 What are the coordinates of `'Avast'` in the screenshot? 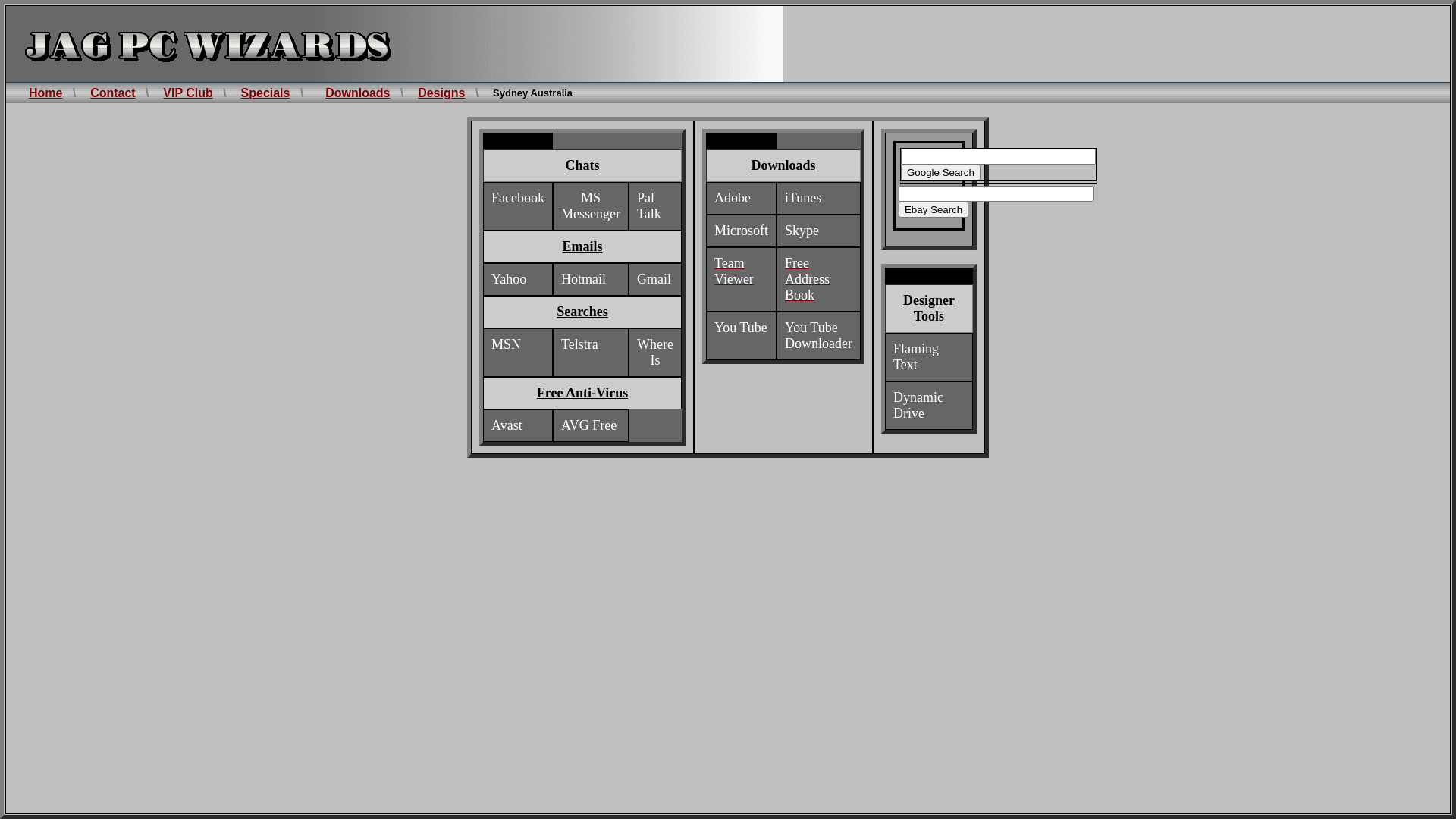 It's located at (491, 425).